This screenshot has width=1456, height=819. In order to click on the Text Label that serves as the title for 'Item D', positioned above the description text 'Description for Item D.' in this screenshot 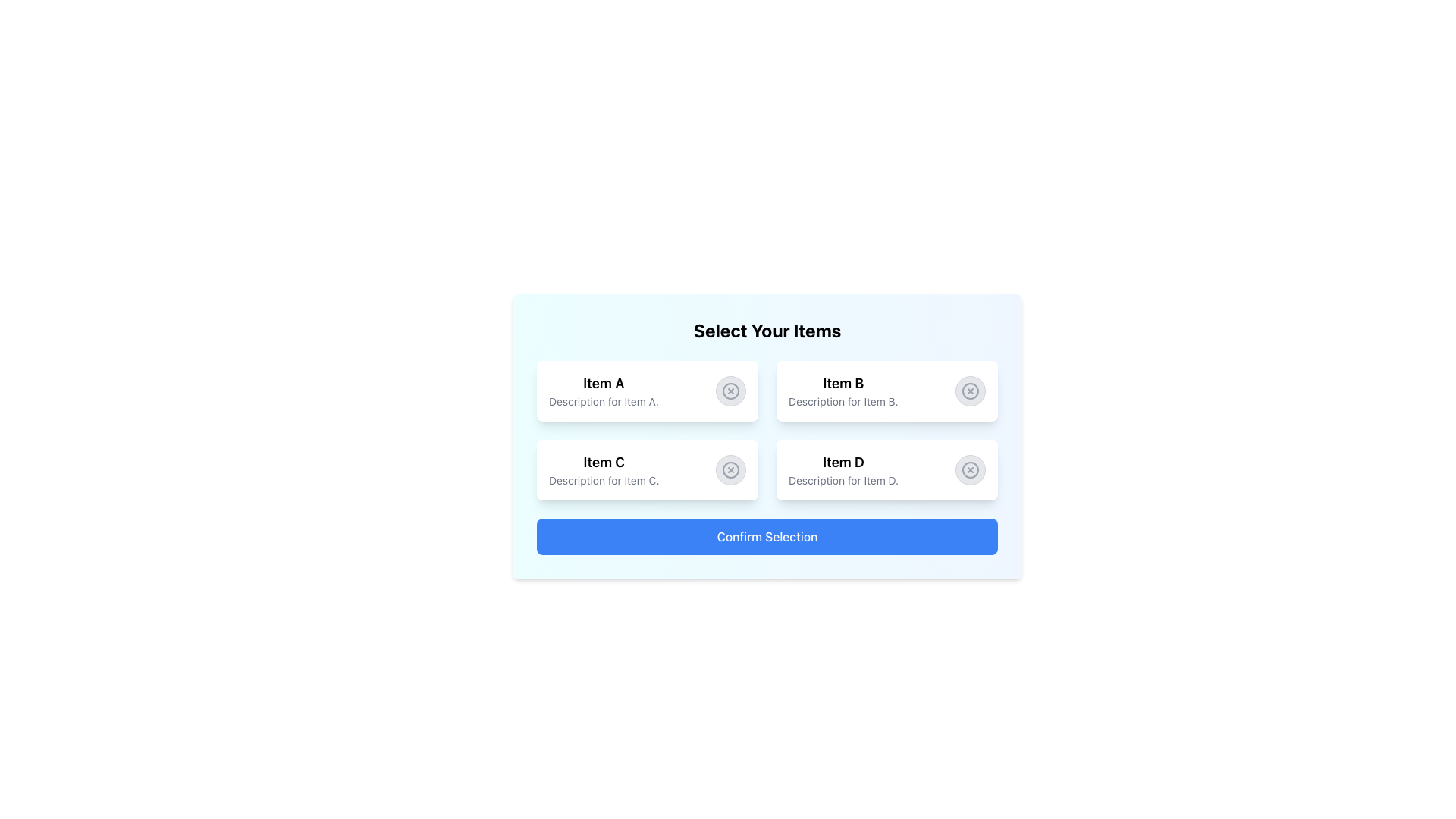, I will do `click(843, 461)`.